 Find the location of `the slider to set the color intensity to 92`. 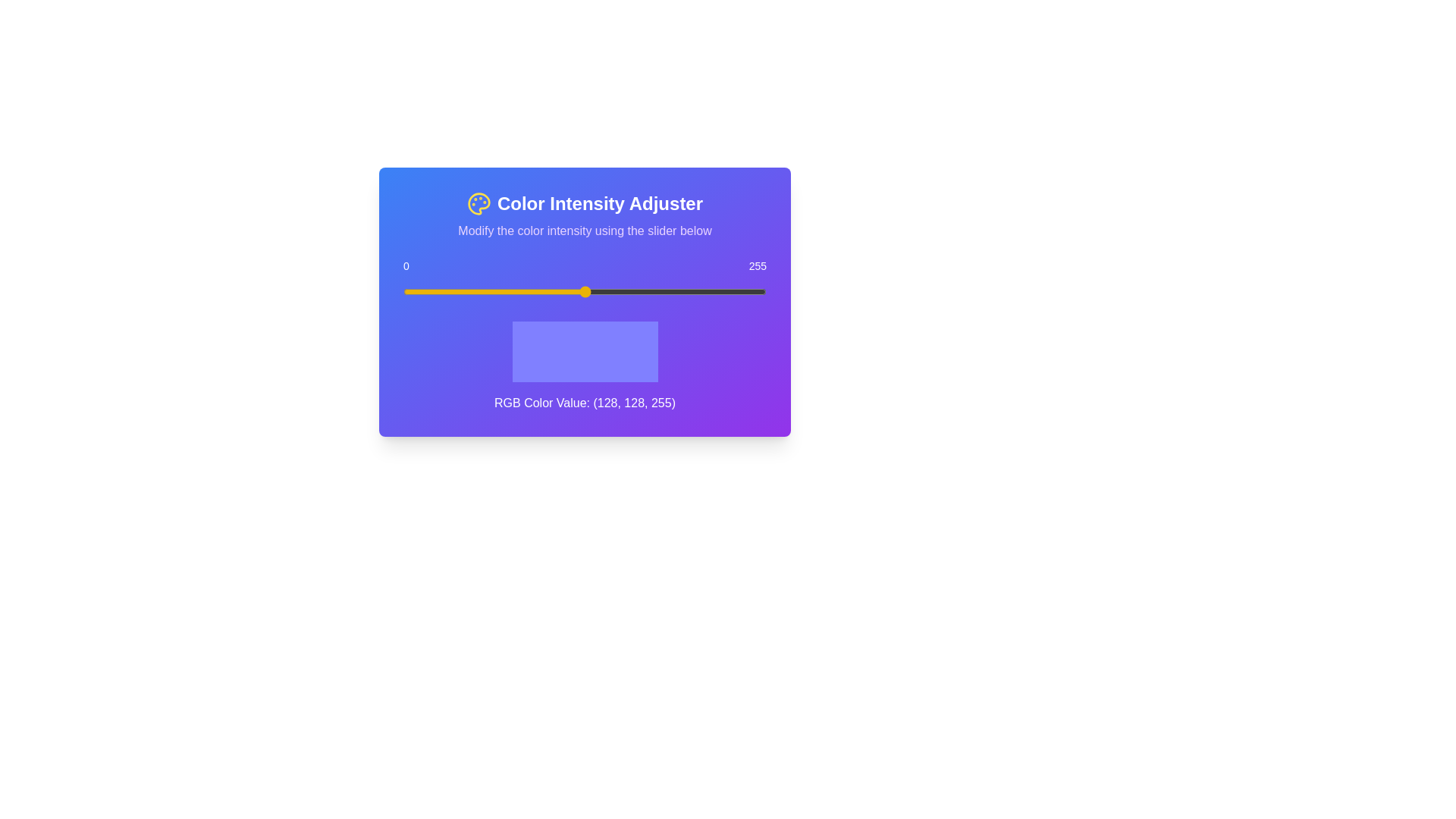

the slider to set the color intensity to 92 is located at coordinates (534, 292).